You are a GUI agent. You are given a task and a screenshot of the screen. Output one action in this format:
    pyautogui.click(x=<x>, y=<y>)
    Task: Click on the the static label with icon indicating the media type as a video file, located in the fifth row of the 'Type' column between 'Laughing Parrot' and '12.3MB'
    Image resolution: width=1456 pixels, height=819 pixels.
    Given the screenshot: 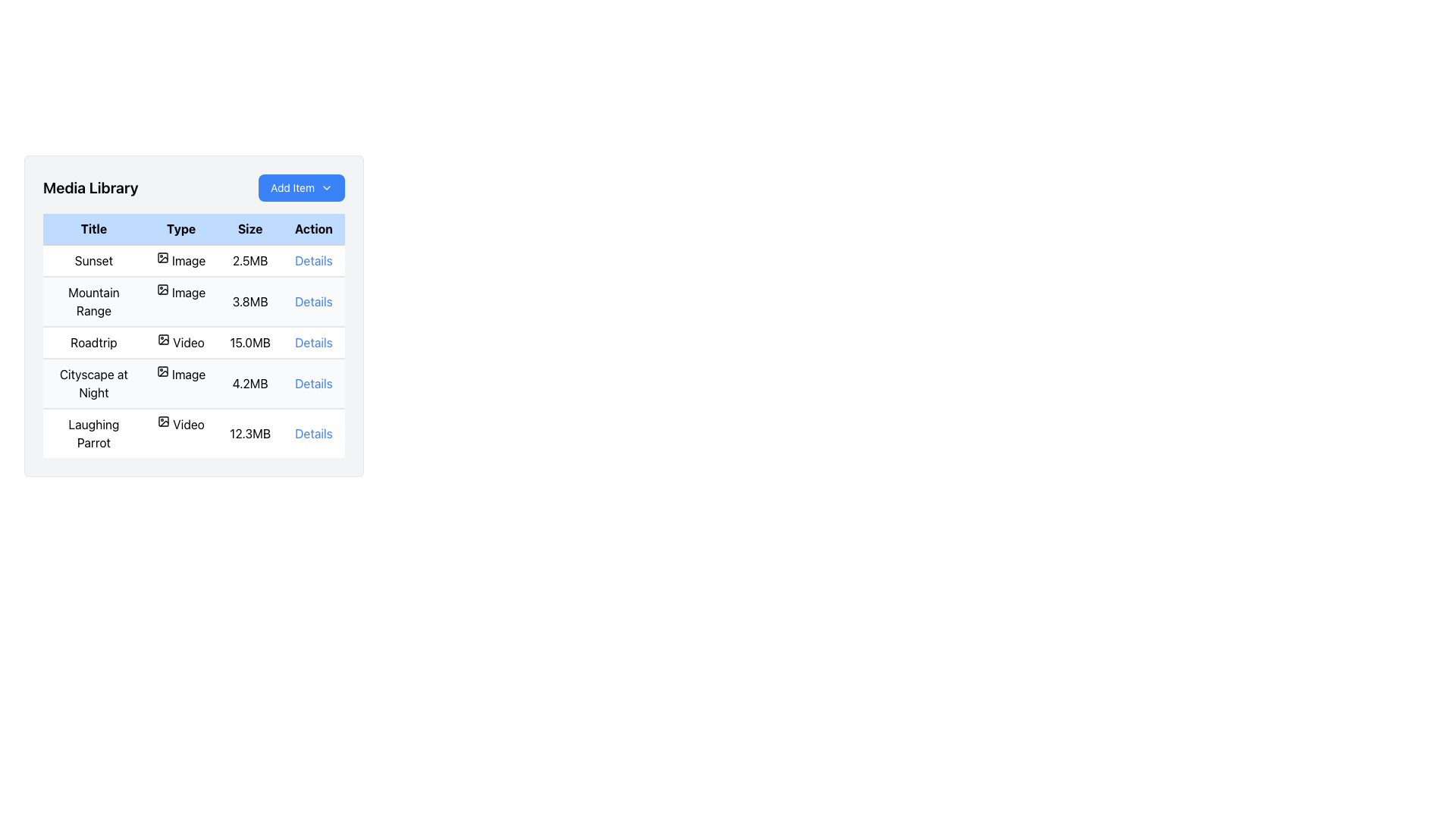 What is the action you would take?
    pyautogui.click(x=181, y=424)
    